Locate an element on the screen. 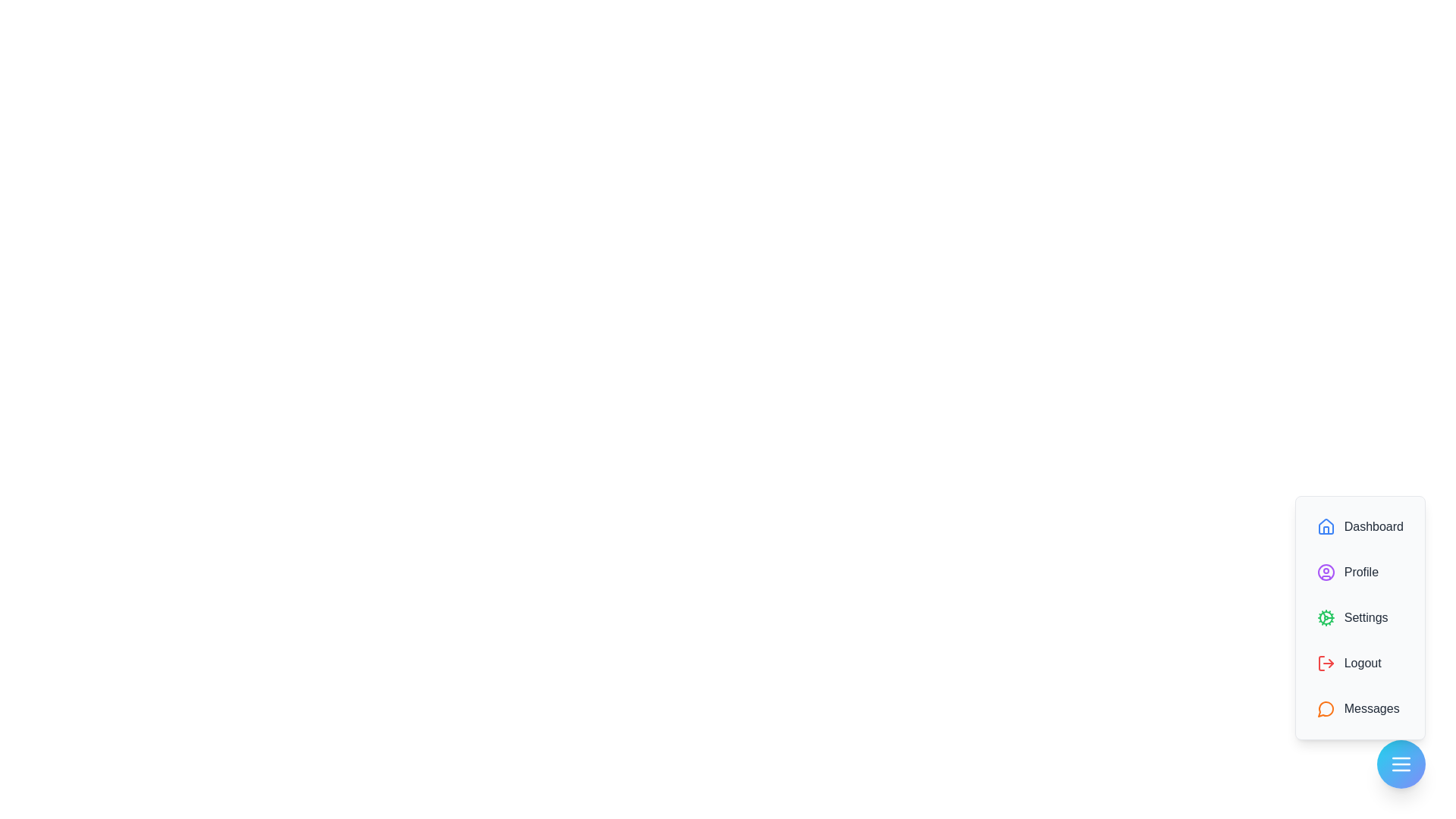 The height and width of the screenshot is (819, 1456). the 'Dashboard' button in the menu is located at coordinates (1360, 526).